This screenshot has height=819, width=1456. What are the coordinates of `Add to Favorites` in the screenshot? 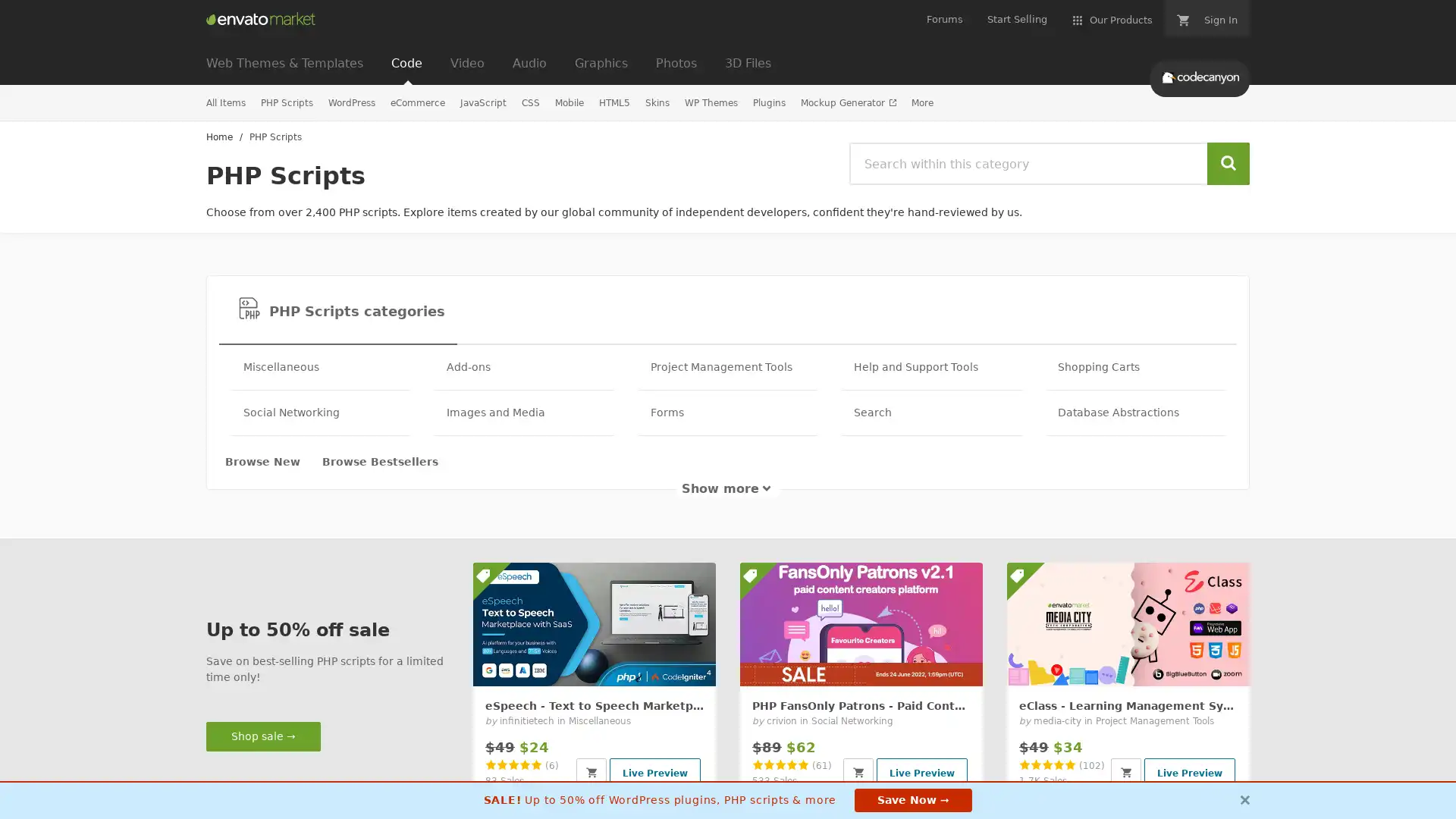 It's located at (962, 664).